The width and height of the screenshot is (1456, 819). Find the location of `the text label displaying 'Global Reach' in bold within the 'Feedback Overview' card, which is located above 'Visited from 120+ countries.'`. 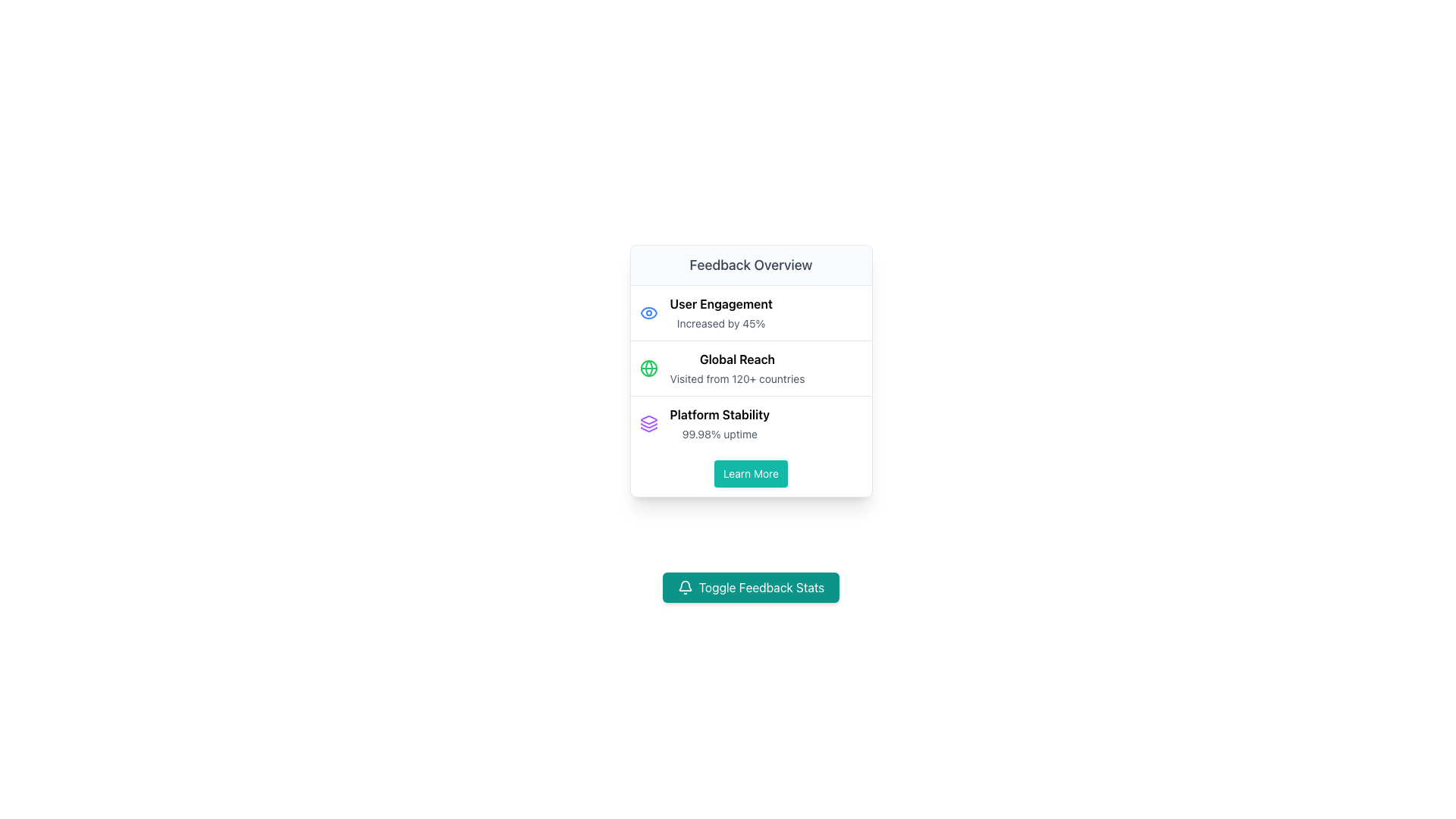

the text label displaying 'Global Reach' in bold within the 'Feedback Overview' card, which is located above 'Visited from 120+ countries.' is located at coordinates (737, 359).